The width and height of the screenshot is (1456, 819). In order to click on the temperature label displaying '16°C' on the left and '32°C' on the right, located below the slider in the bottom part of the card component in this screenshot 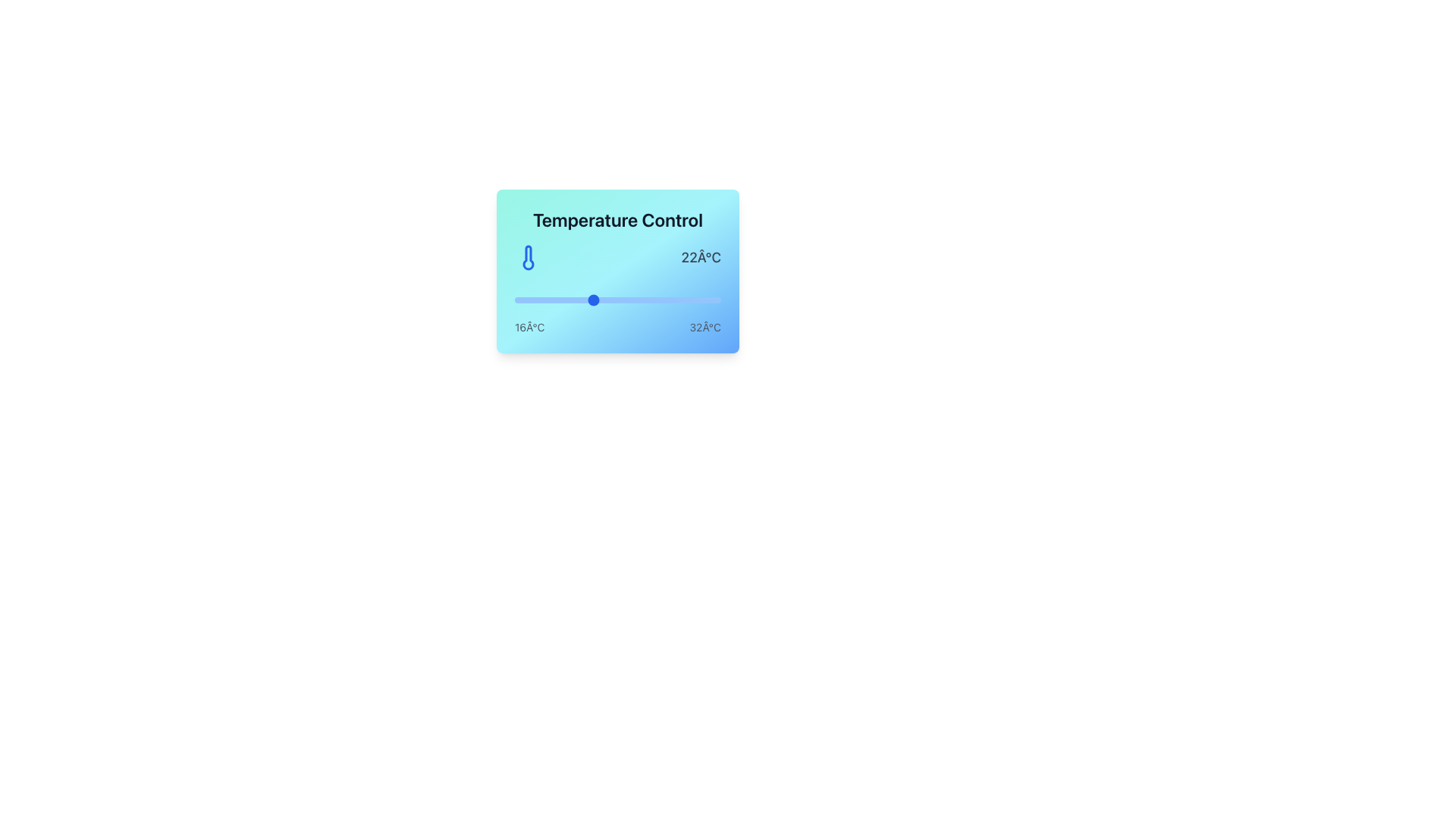, I will do `click(618, 327)`.